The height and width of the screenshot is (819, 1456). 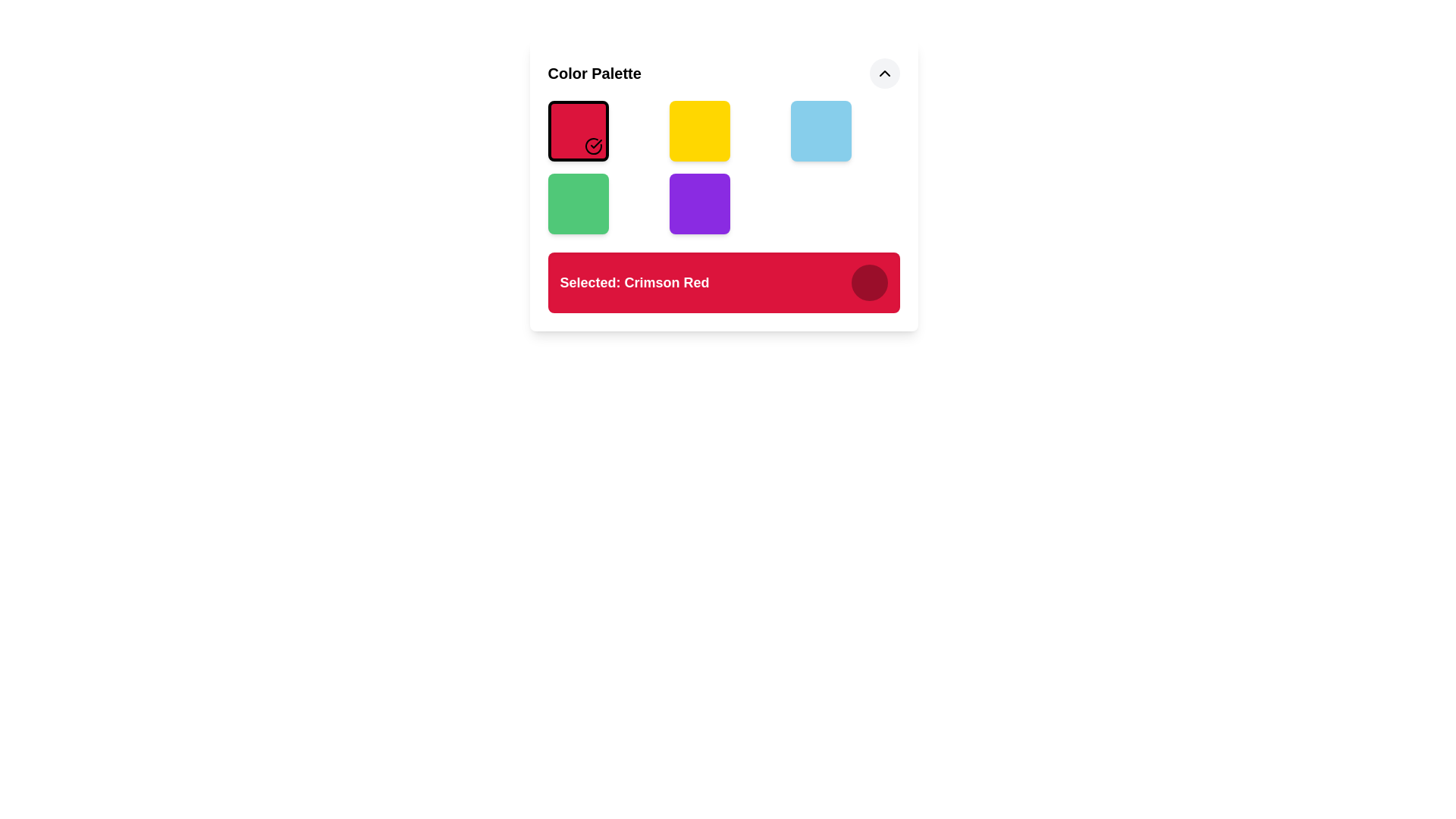 What do you see at coordinates (698, 130) in the screenshot?
I see `the yellow square with rounded corners` at bounding box center [698, 130].